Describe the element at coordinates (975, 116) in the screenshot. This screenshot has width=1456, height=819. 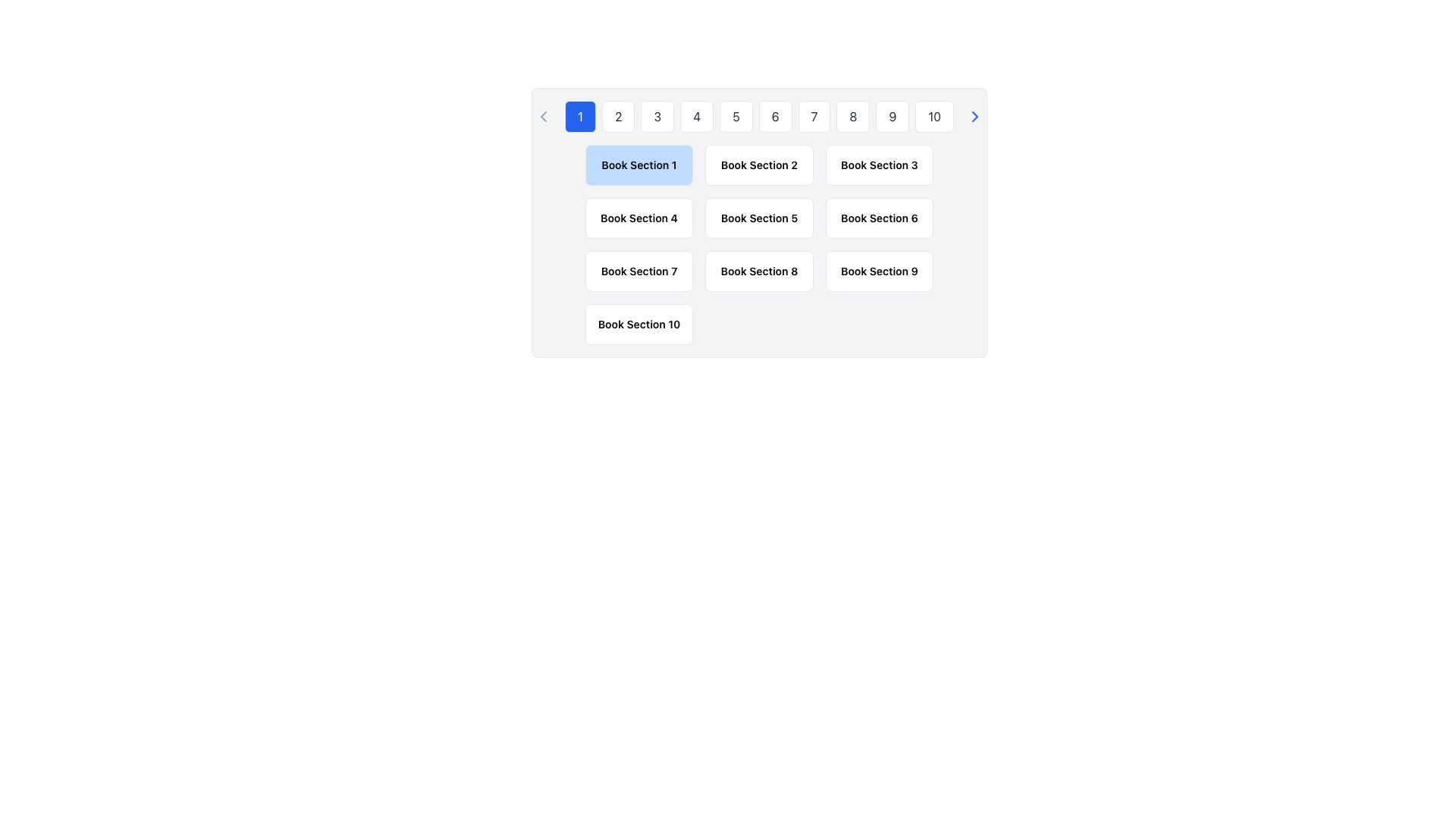
I see `the chevron icon located at the top-right of the pagination bar` at that location.